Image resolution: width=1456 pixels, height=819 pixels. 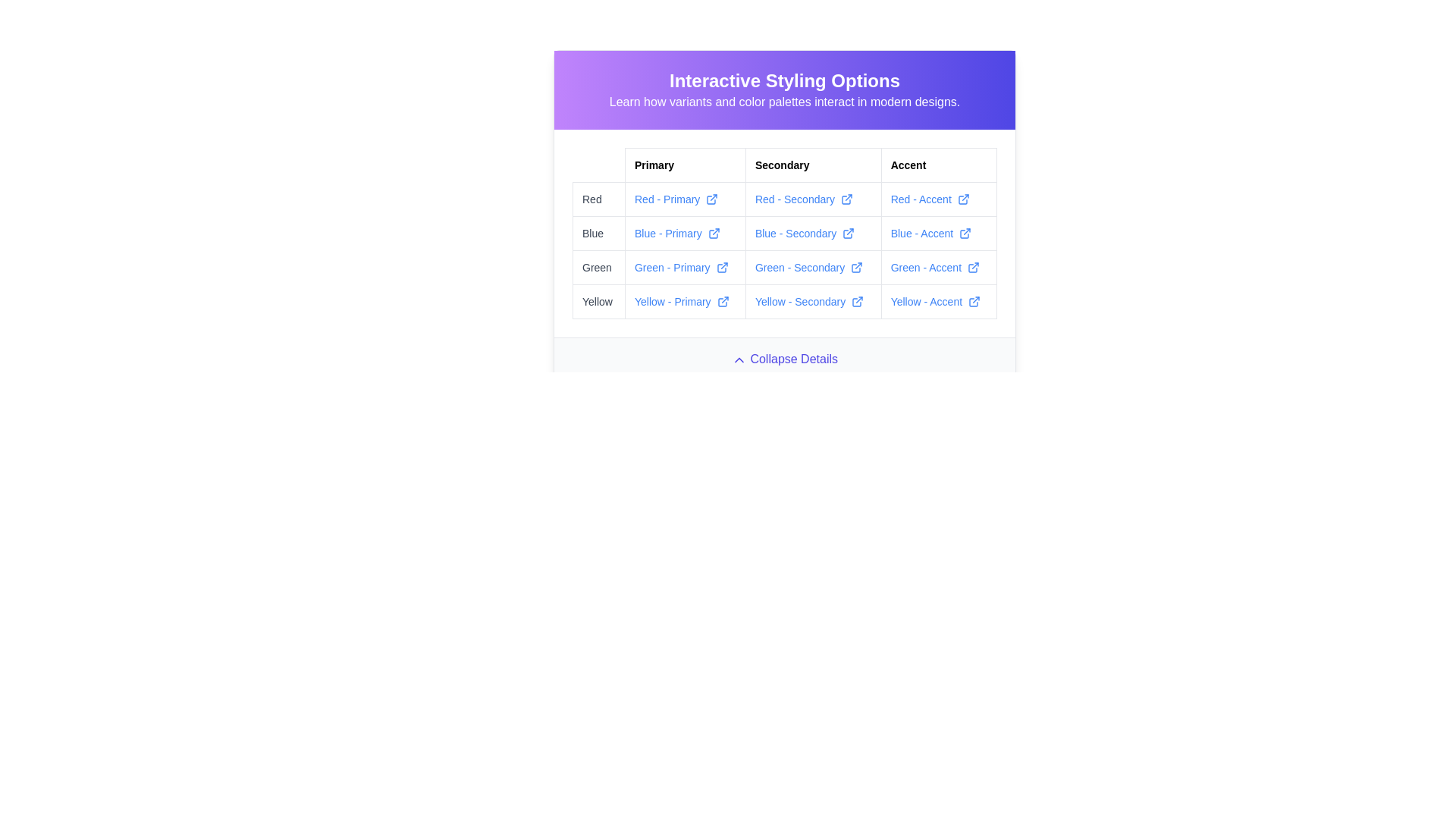 What do you see at coordinates (934, 267) in the screenshot?
I see `the 'Green - Accent' hyperlink with an external link icon located` at bounding box center [934, 267].